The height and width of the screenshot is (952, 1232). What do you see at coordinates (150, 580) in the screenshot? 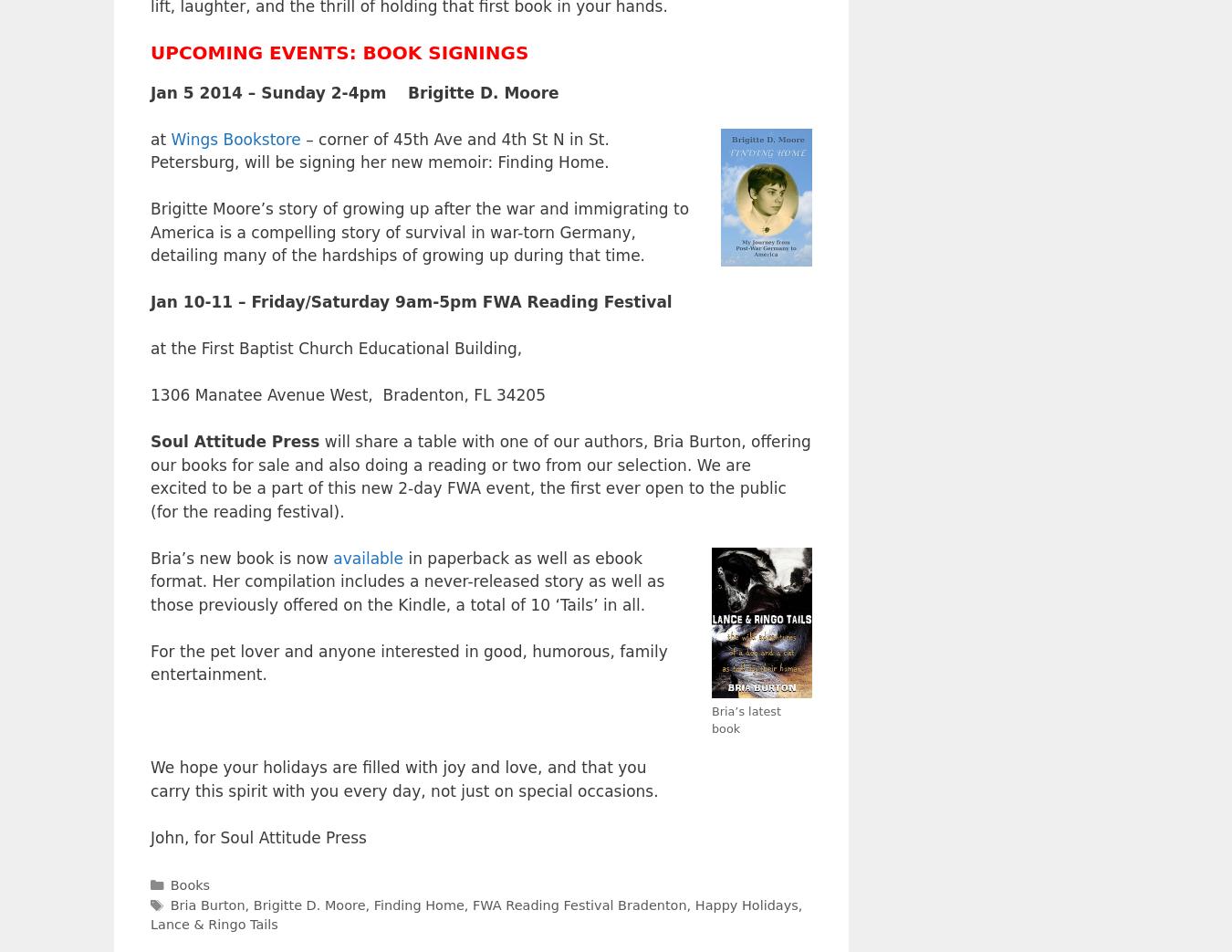
I see `'in paperback as well as ebook format. Her compilation includes a never-released story as well as those previously offered on the Kindle, a total of 10 ‘Tails’ in all.'` at bounding box center [150, 580].